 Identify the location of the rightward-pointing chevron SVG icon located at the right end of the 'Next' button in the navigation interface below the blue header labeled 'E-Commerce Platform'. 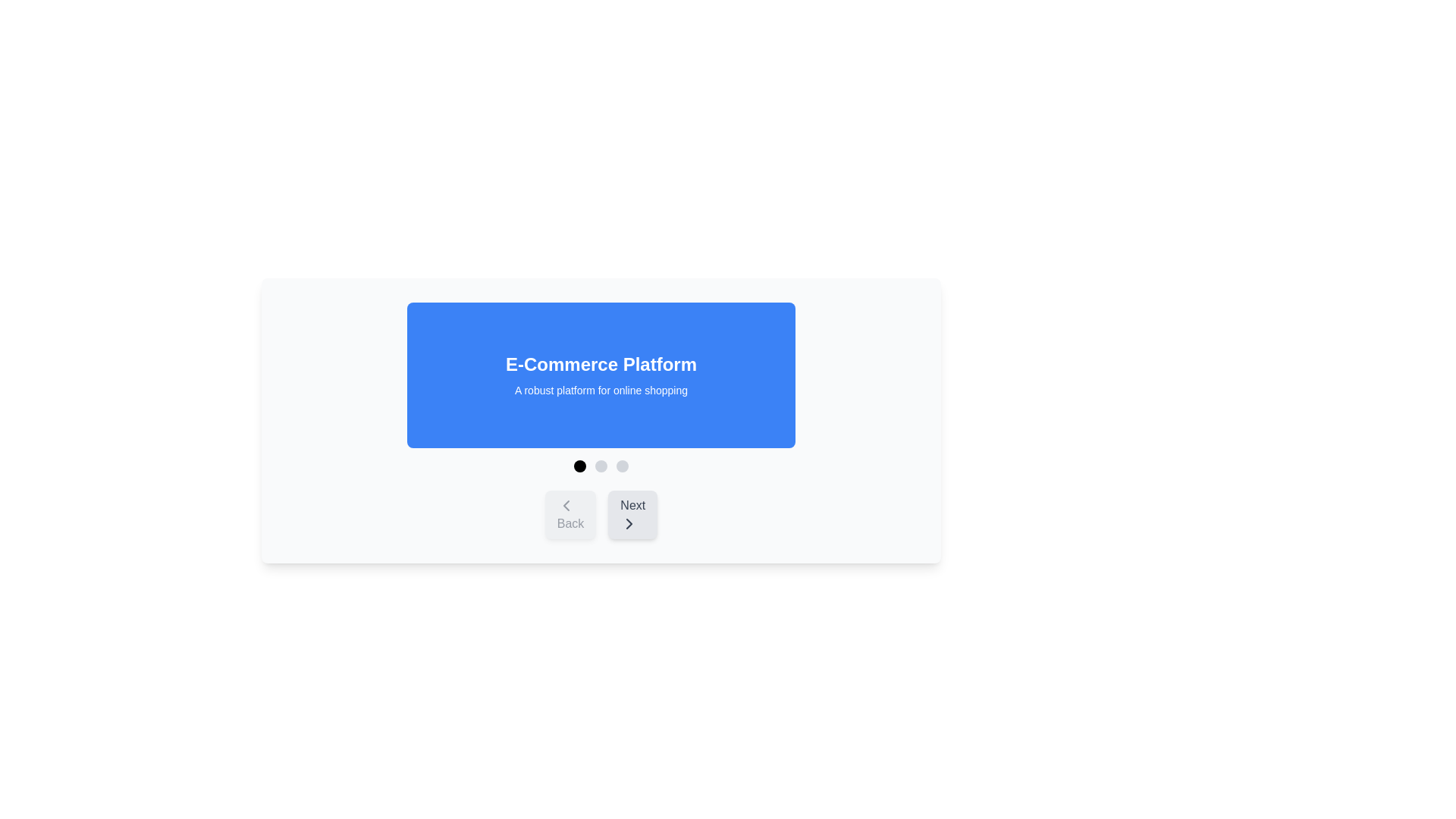
(629, 522).